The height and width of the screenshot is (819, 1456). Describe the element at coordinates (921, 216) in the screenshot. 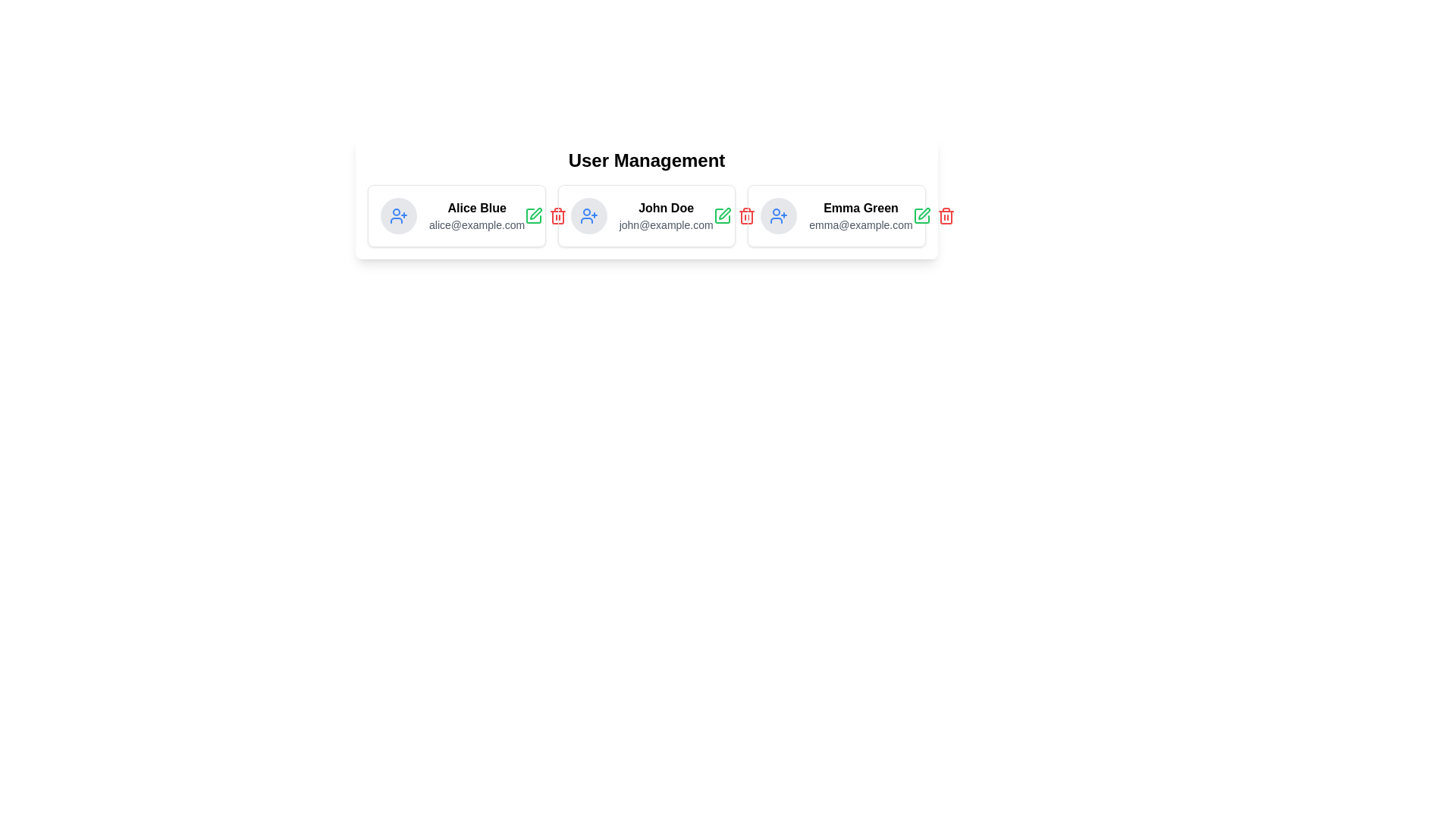

I see `the edit icon graphic component located on the rightmost side of the user details for Emma Green, which signifies editing capability` at that location.